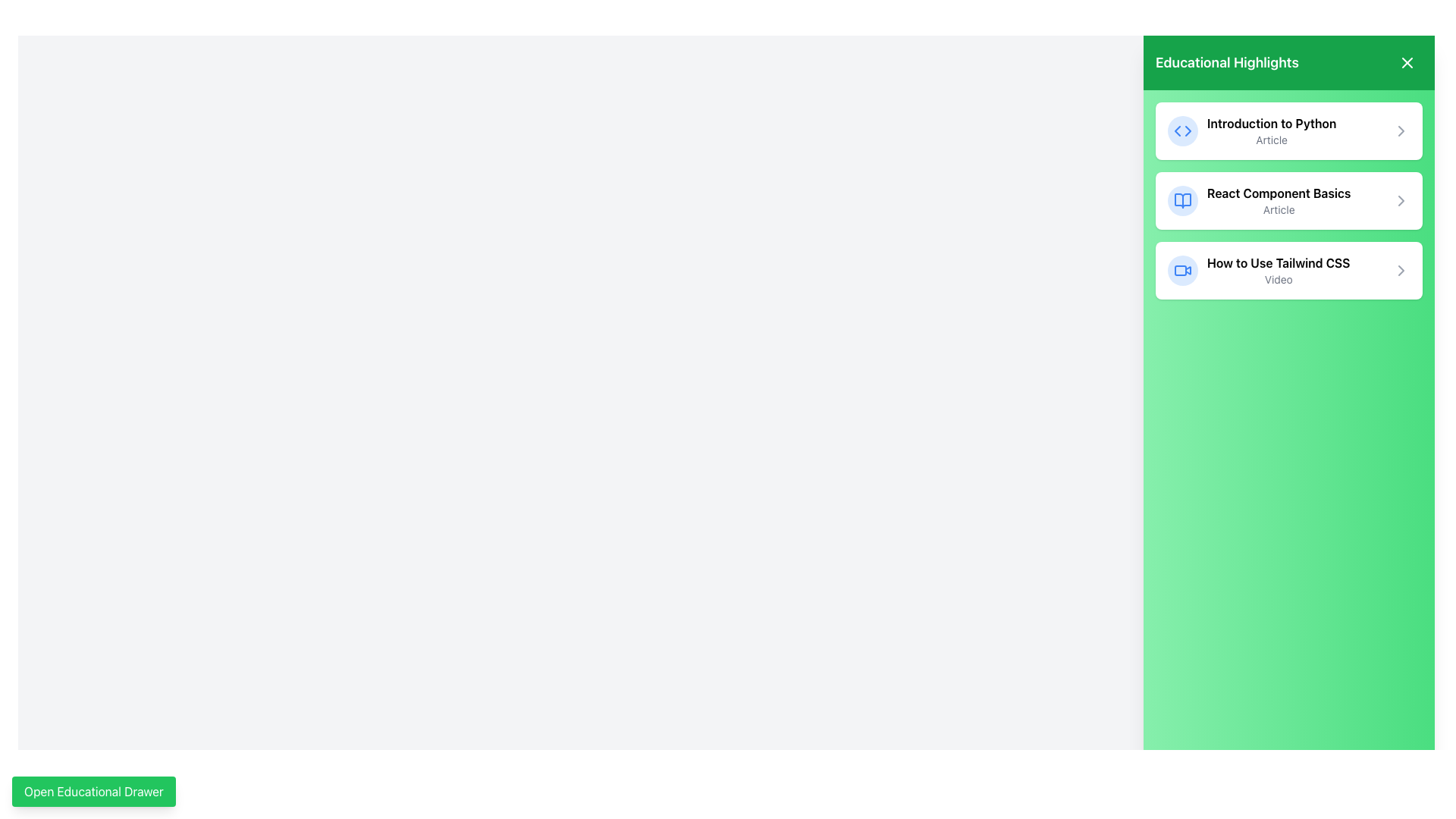  What do you see at coordinates (1278, 210) in the screenshot?
I see `the small light gray text label displaying 'Article', which is positioned directly below the title 'React Component Basics' in the Educational Highlights drawer` at bounding box center [1278, 210].